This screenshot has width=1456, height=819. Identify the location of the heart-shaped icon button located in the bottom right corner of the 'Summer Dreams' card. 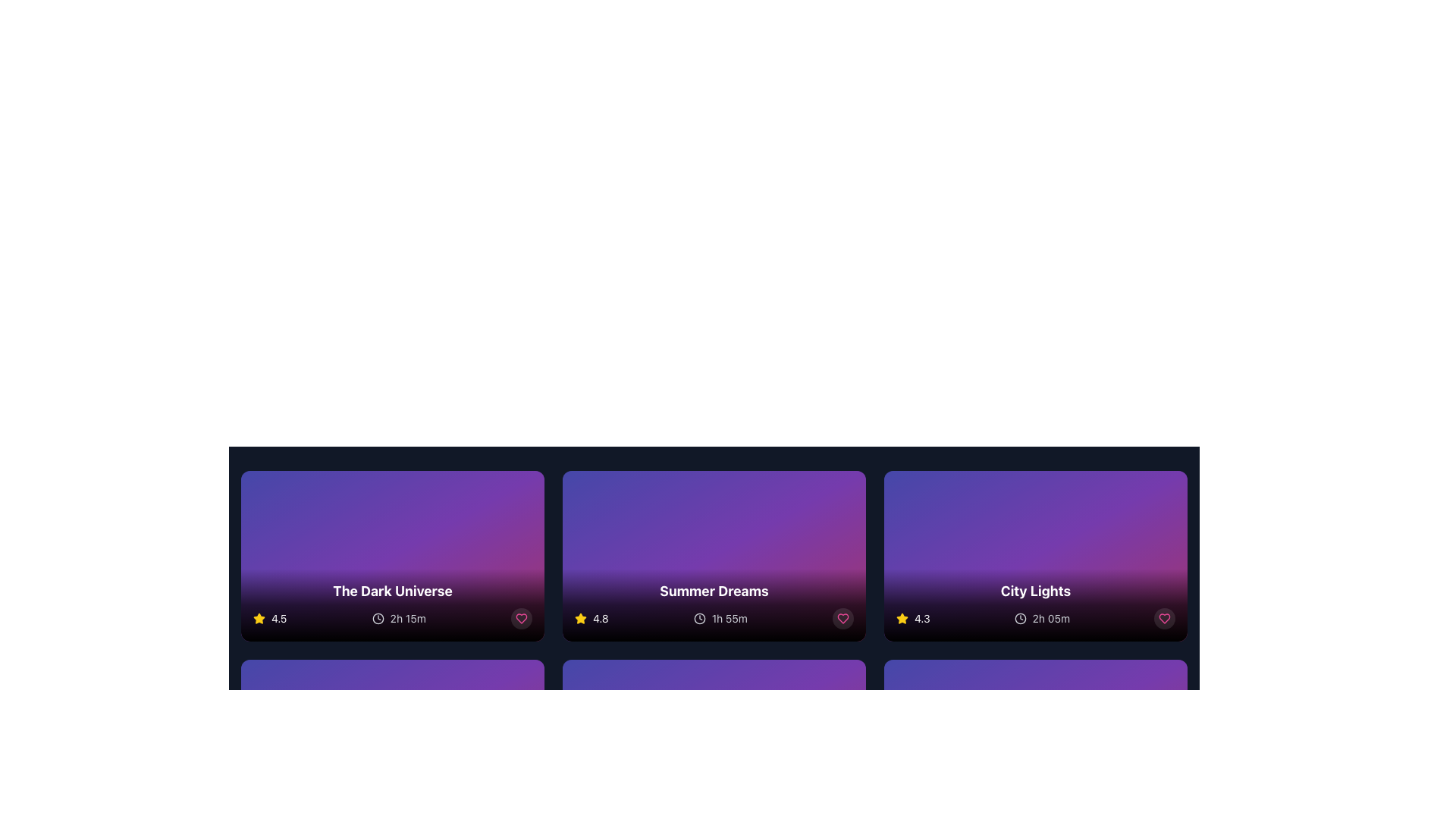
(843, 619).